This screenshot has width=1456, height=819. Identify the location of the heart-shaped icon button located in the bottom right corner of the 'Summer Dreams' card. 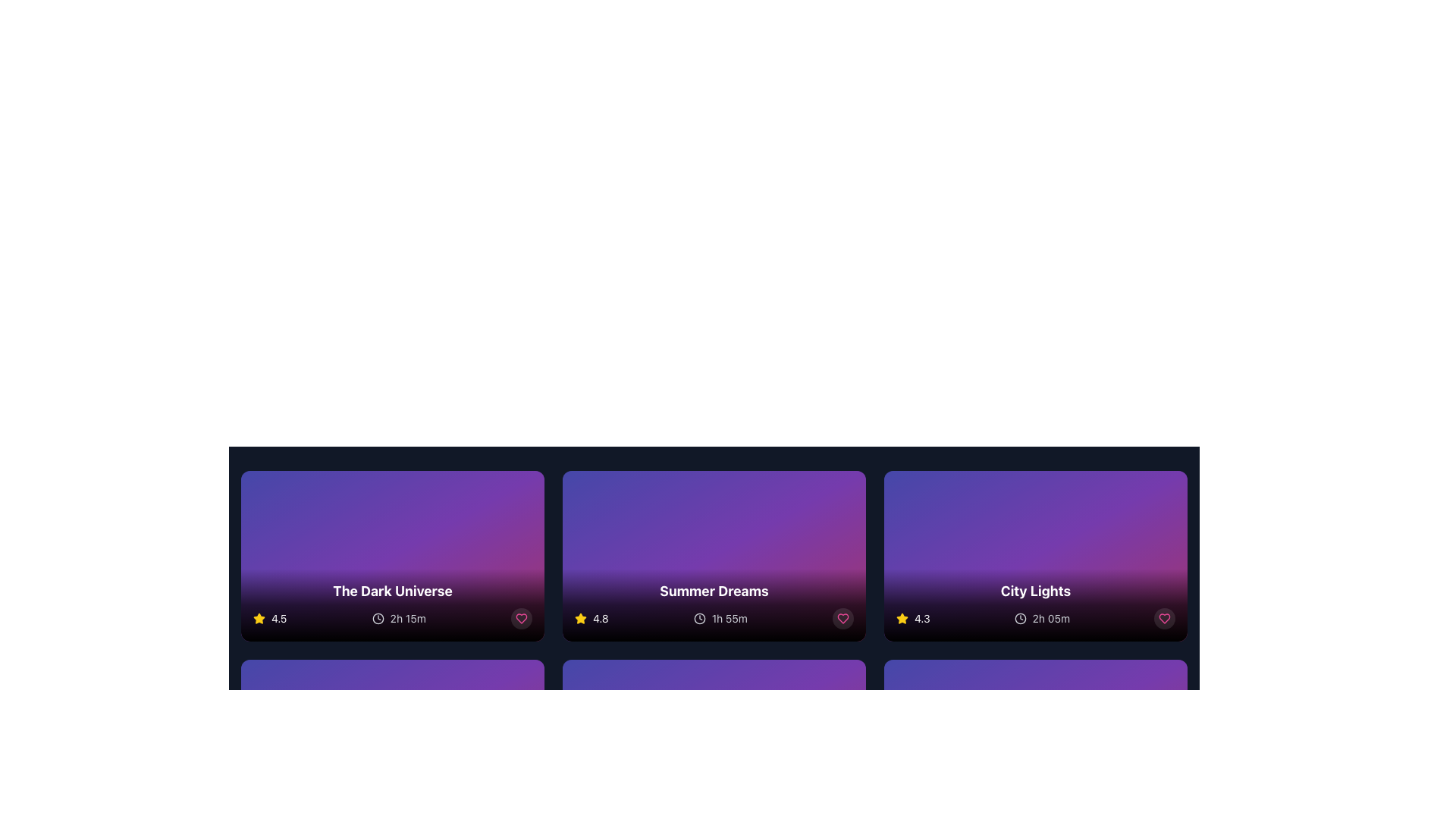
(843, 619).